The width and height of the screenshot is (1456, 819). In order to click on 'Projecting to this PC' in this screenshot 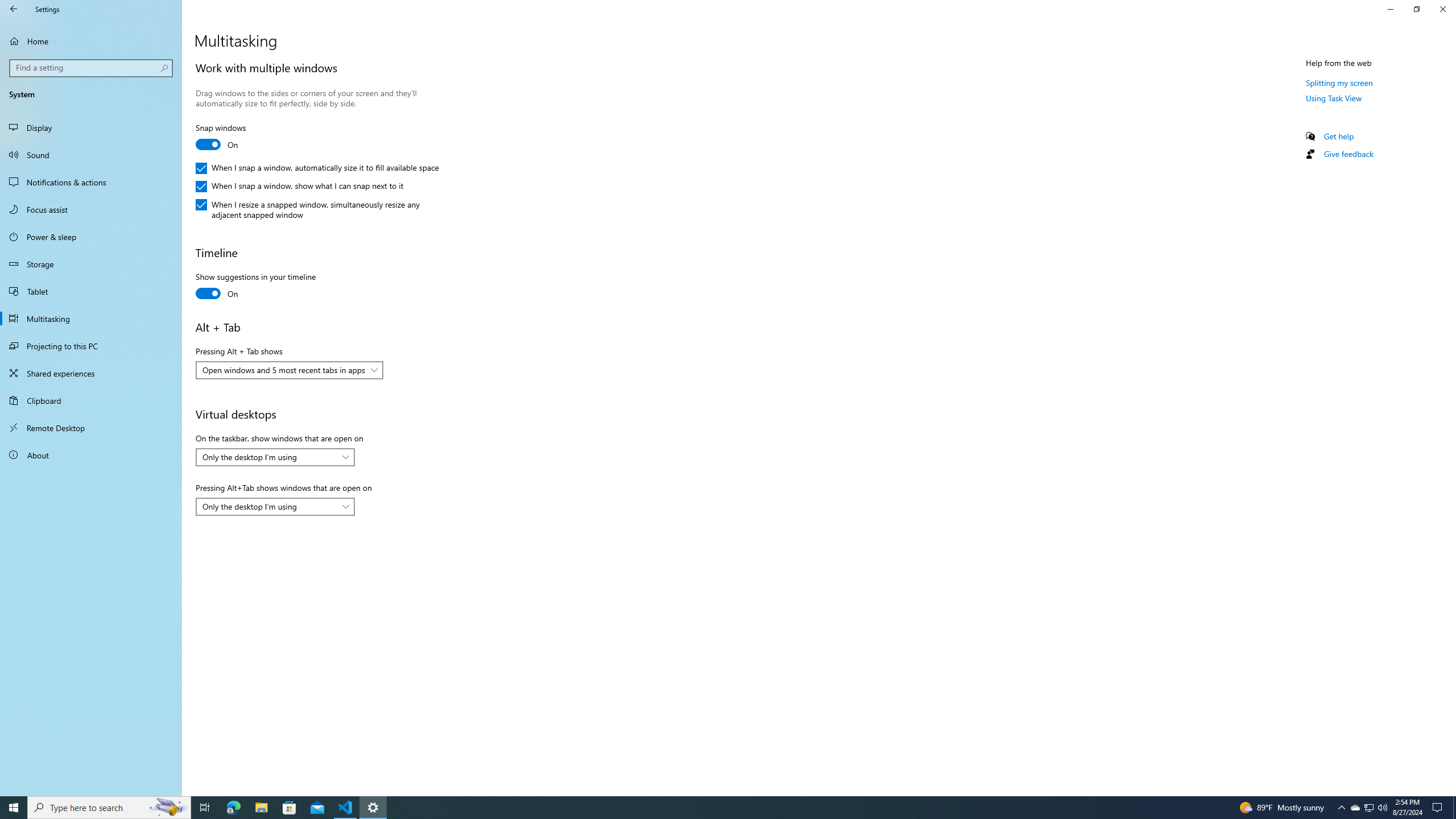, I will do `click(90, 346)`.